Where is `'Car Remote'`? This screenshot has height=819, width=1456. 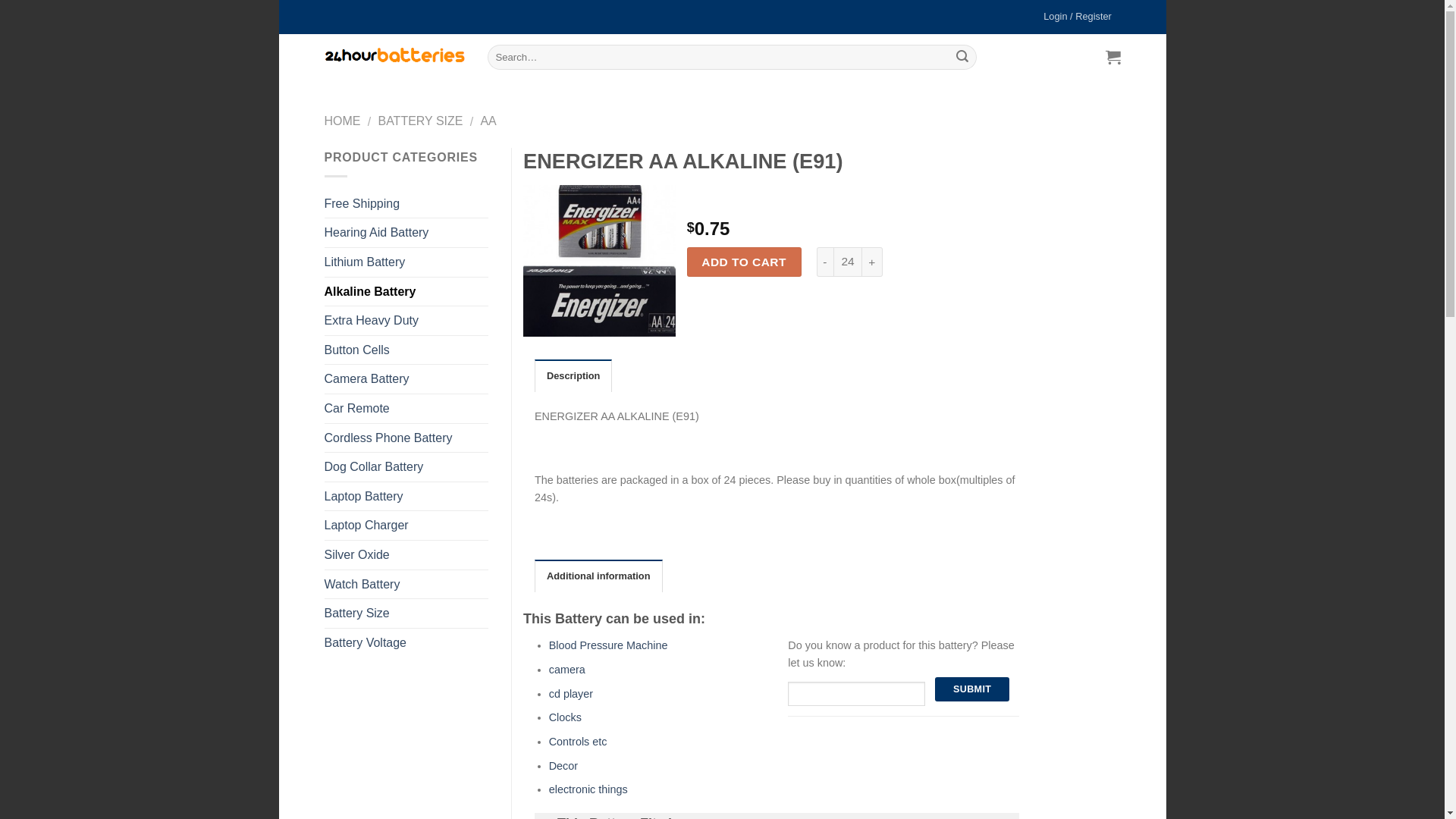
'Car Remote' is located at coordinates (406, 408).